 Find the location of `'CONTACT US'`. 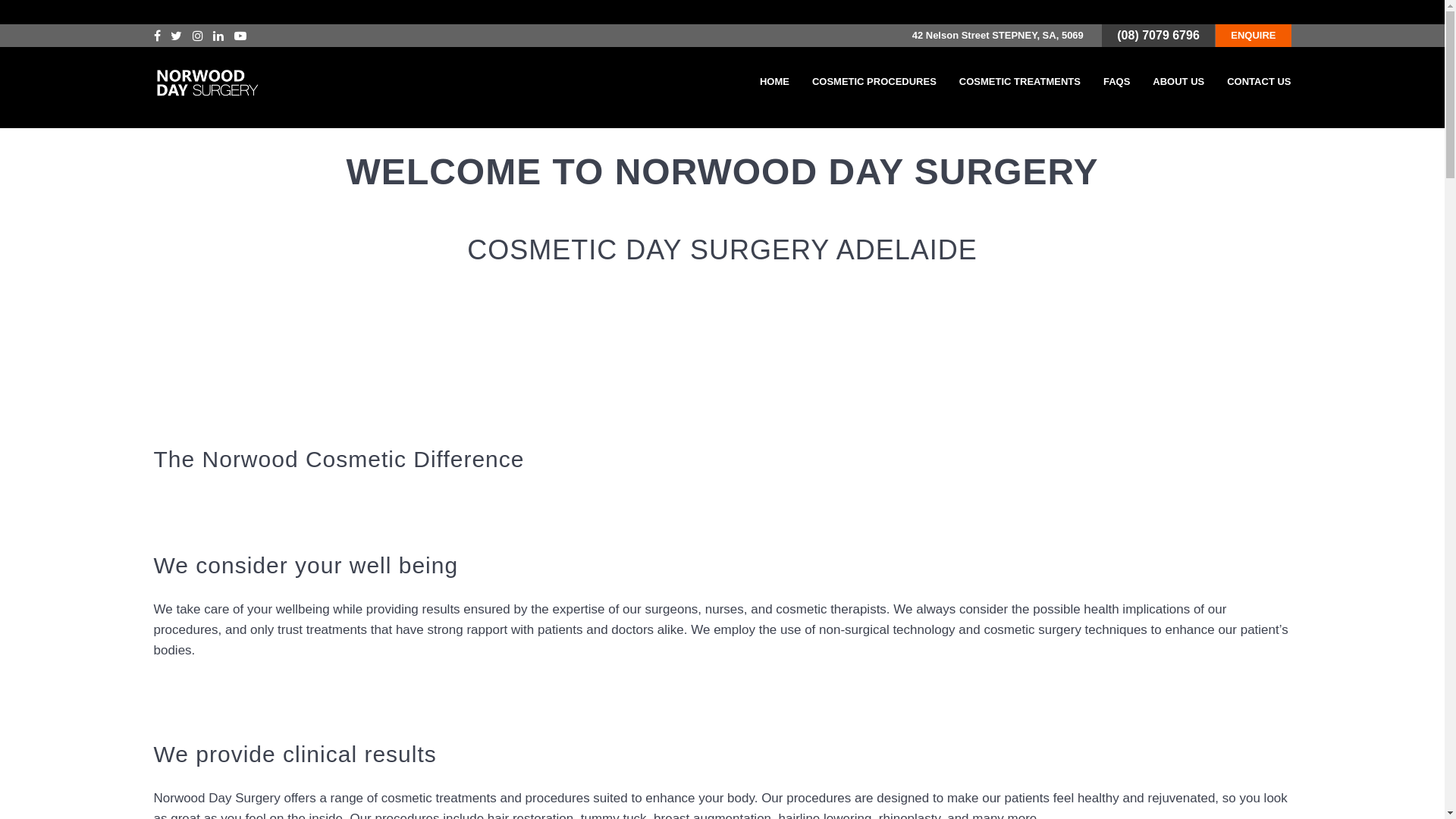

'CONTACT US' is located at coordinates (1259, 82).